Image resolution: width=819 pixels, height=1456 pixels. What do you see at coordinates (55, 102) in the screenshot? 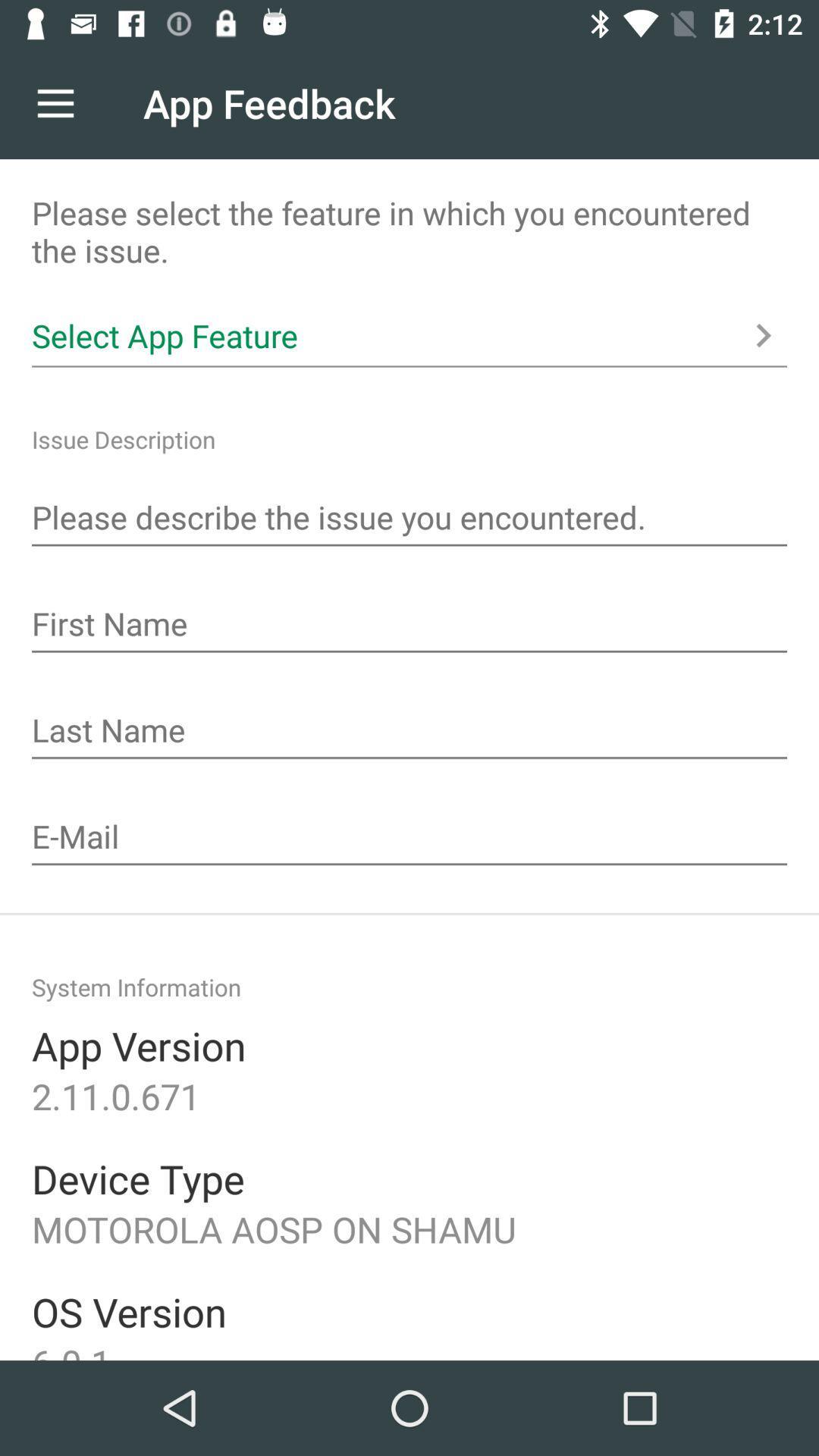
I see `item above please select the icon` at bounding box center [55, 102].